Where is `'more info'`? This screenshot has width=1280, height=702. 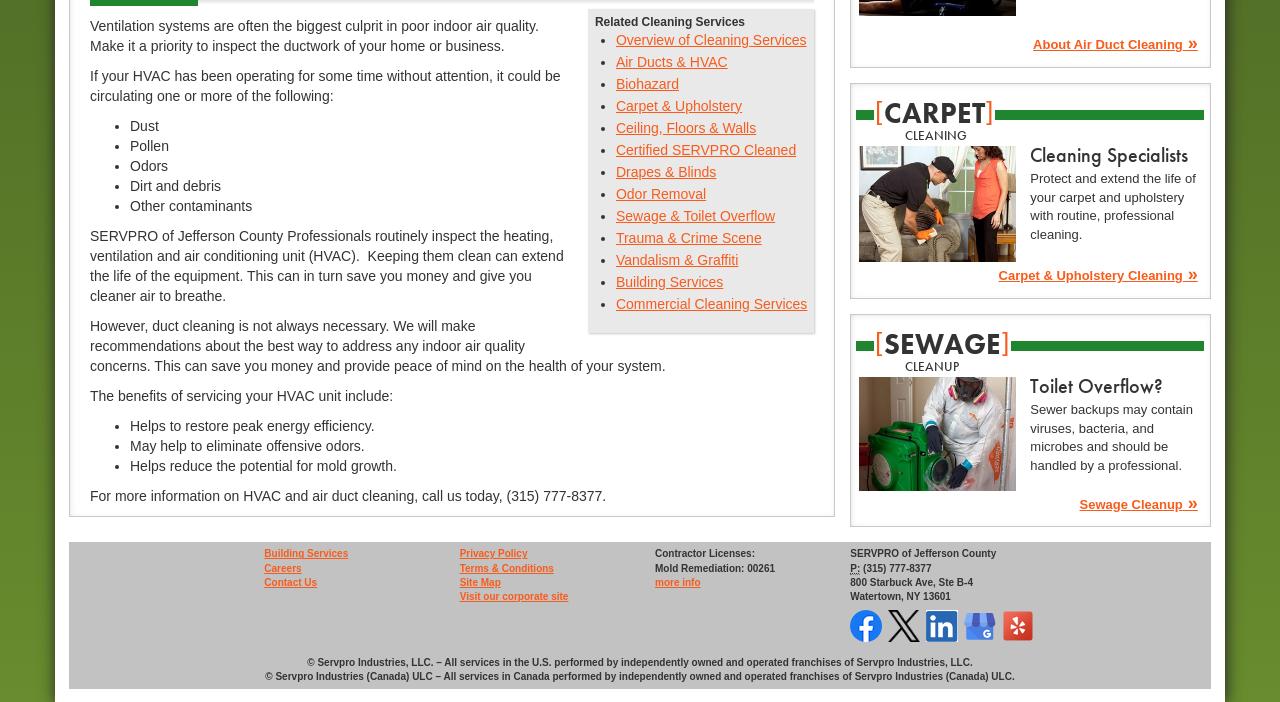
'more info' is located at coordinates (676, 582).